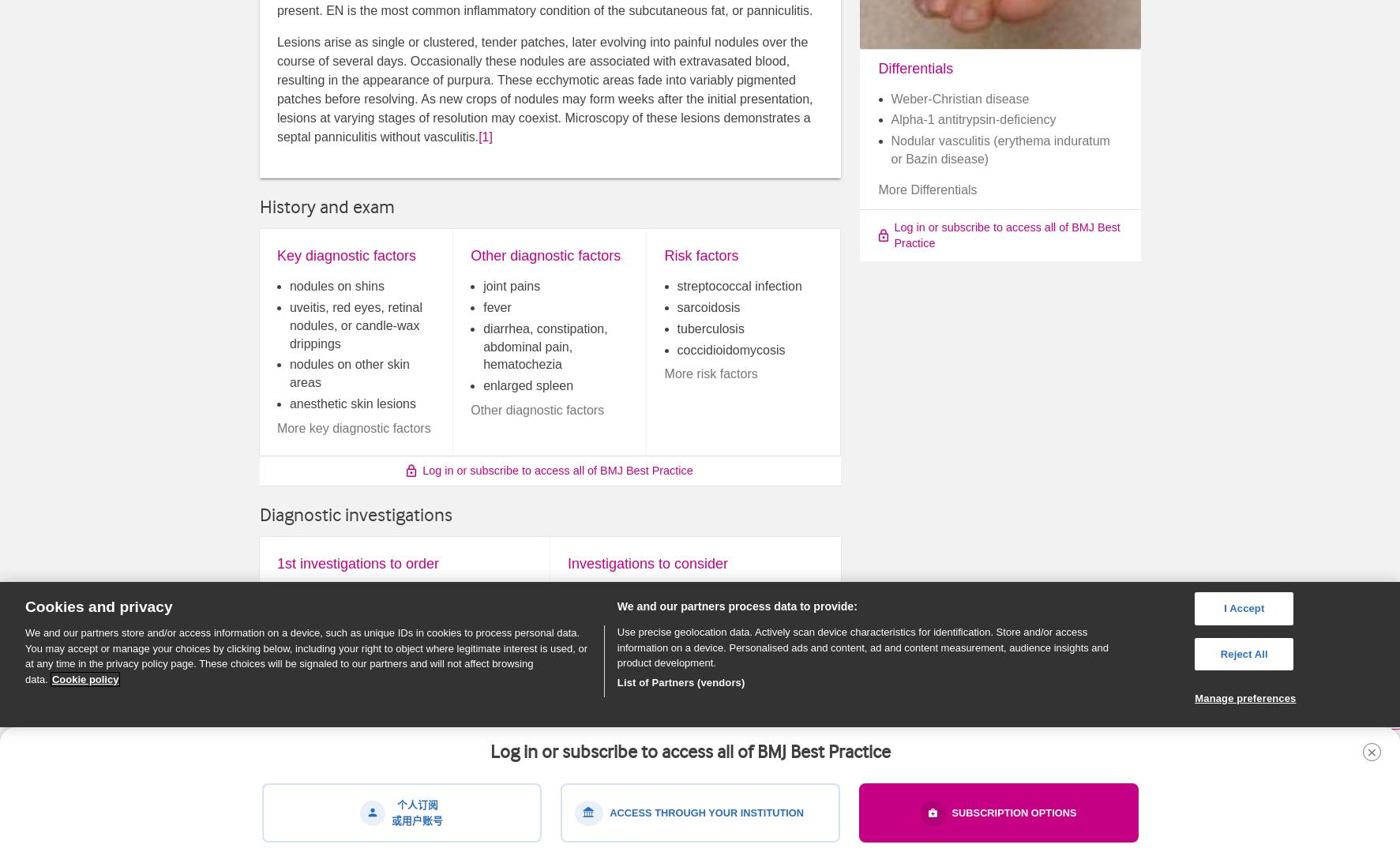 Image resolution: width=1400 pixels, height=852 pixels. What do you see at coordinates (708, 306) in the screenshot?
I see `'sarcoidosis'` at bounding box center [708, 306].